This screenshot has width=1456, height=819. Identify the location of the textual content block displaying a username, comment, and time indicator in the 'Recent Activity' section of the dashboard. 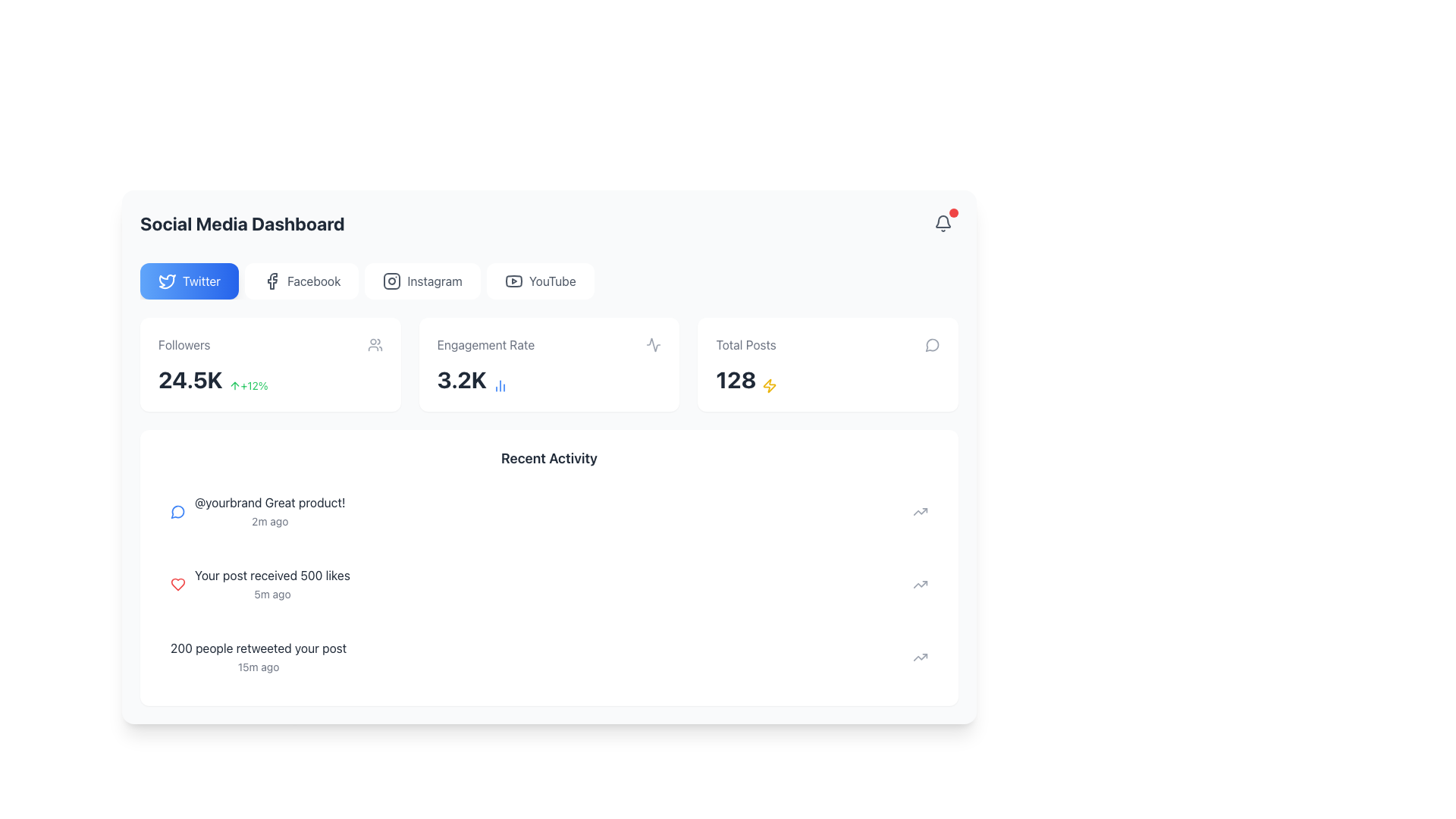
(270, 512).